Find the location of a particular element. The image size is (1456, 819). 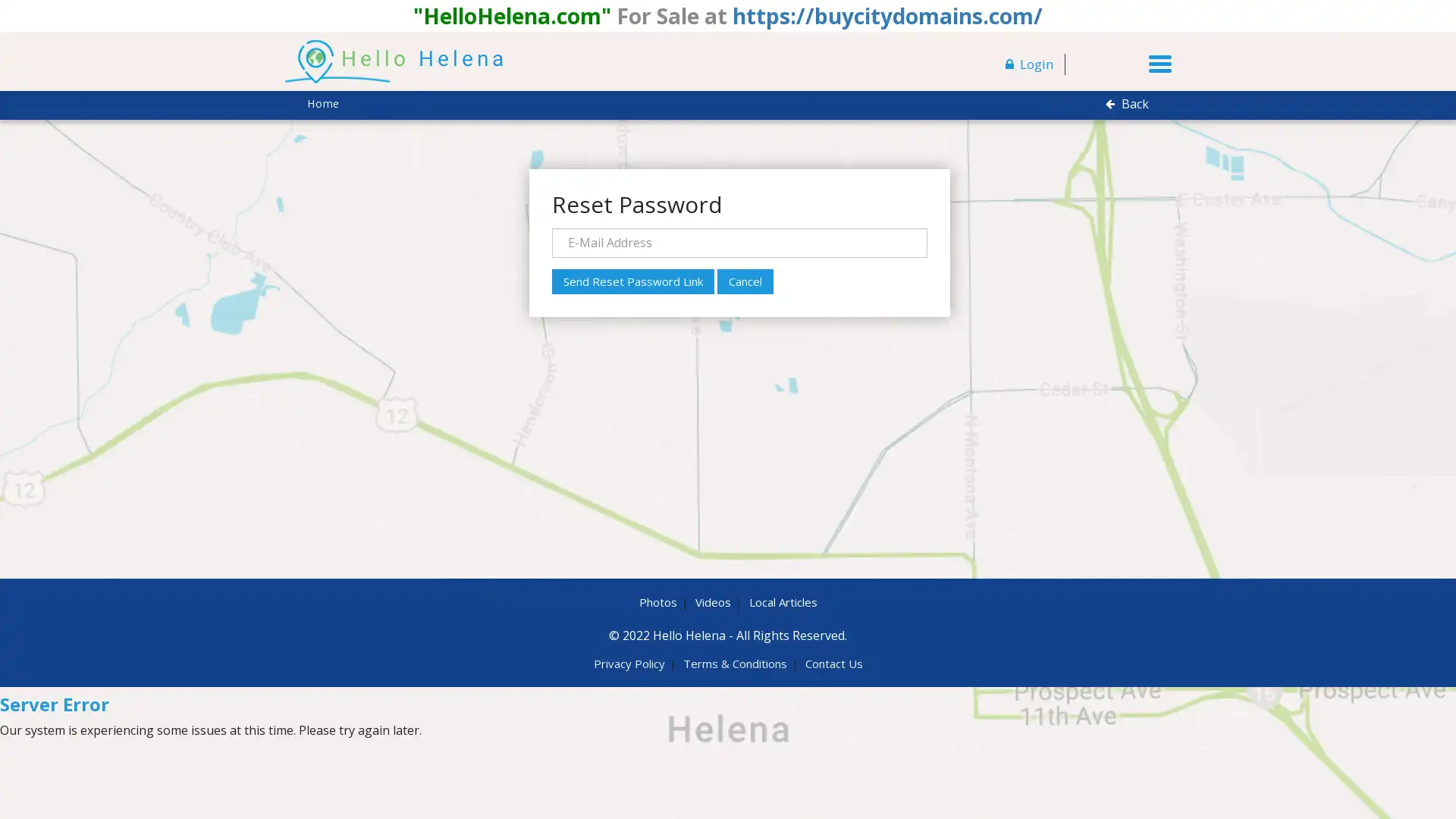

Cancel is located at coordinates (745, 281).